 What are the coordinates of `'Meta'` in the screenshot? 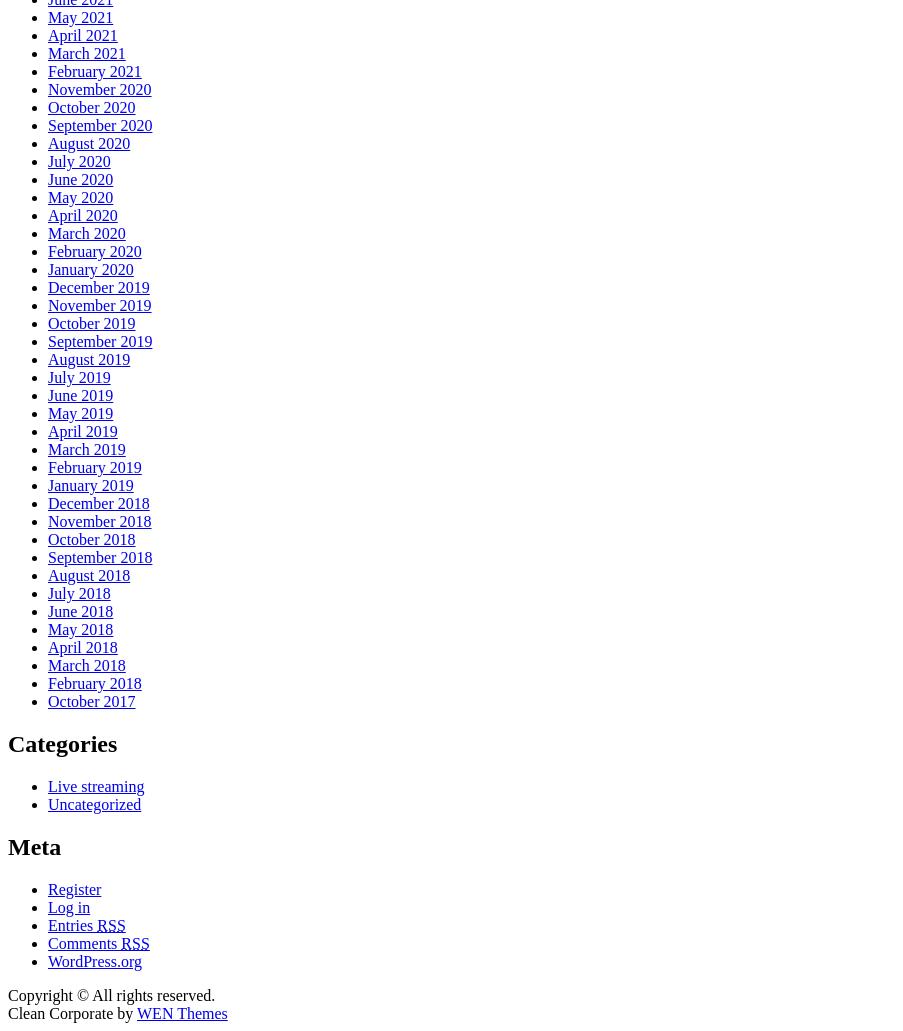 It's located at (33, 846).